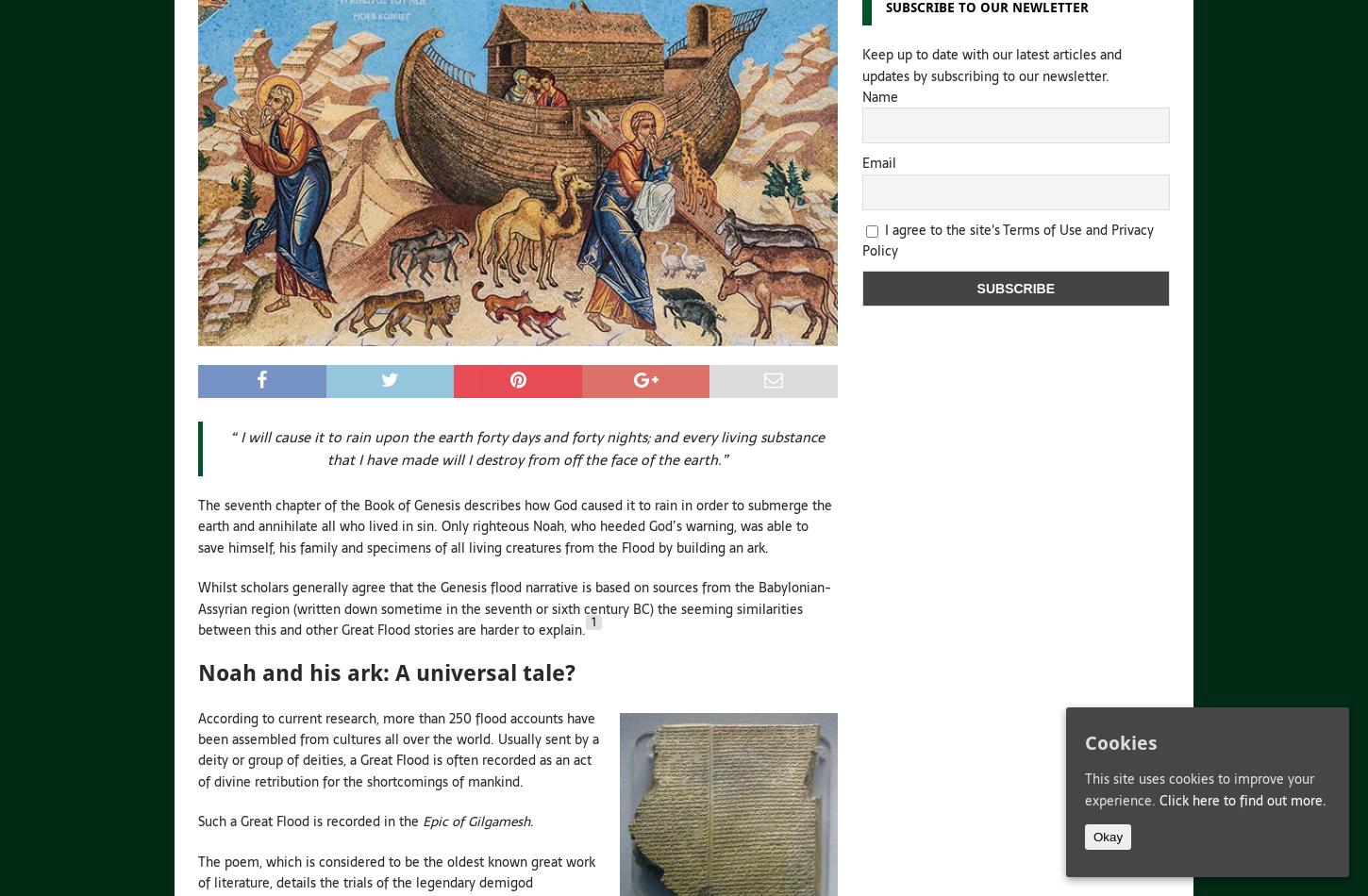  I want to click on 'Click here to find out more.', so click(1243, 798).